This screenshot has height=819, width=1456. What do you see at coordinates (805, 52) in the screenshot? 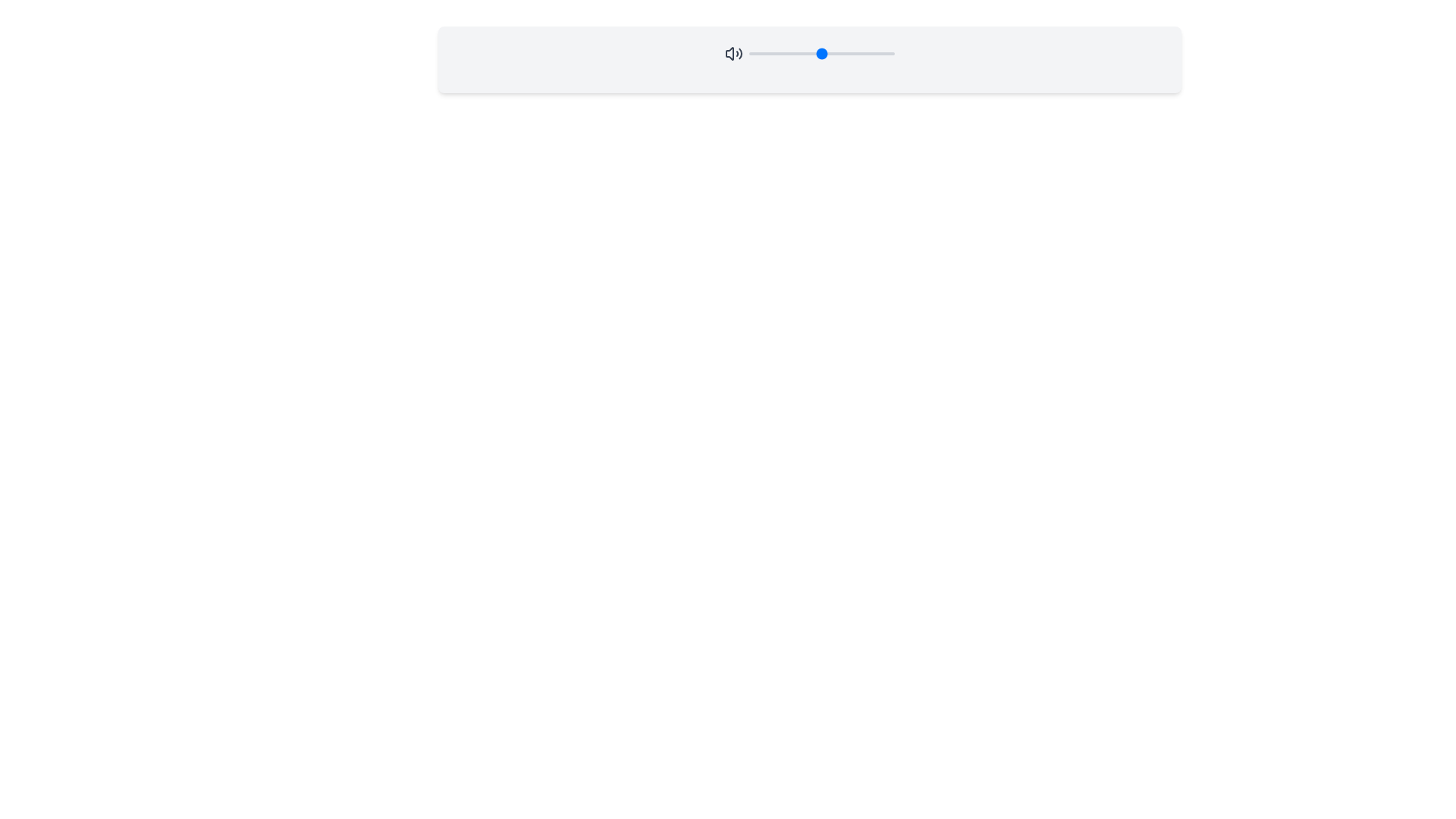
I see `the slider` at bounding box center [805, 52].